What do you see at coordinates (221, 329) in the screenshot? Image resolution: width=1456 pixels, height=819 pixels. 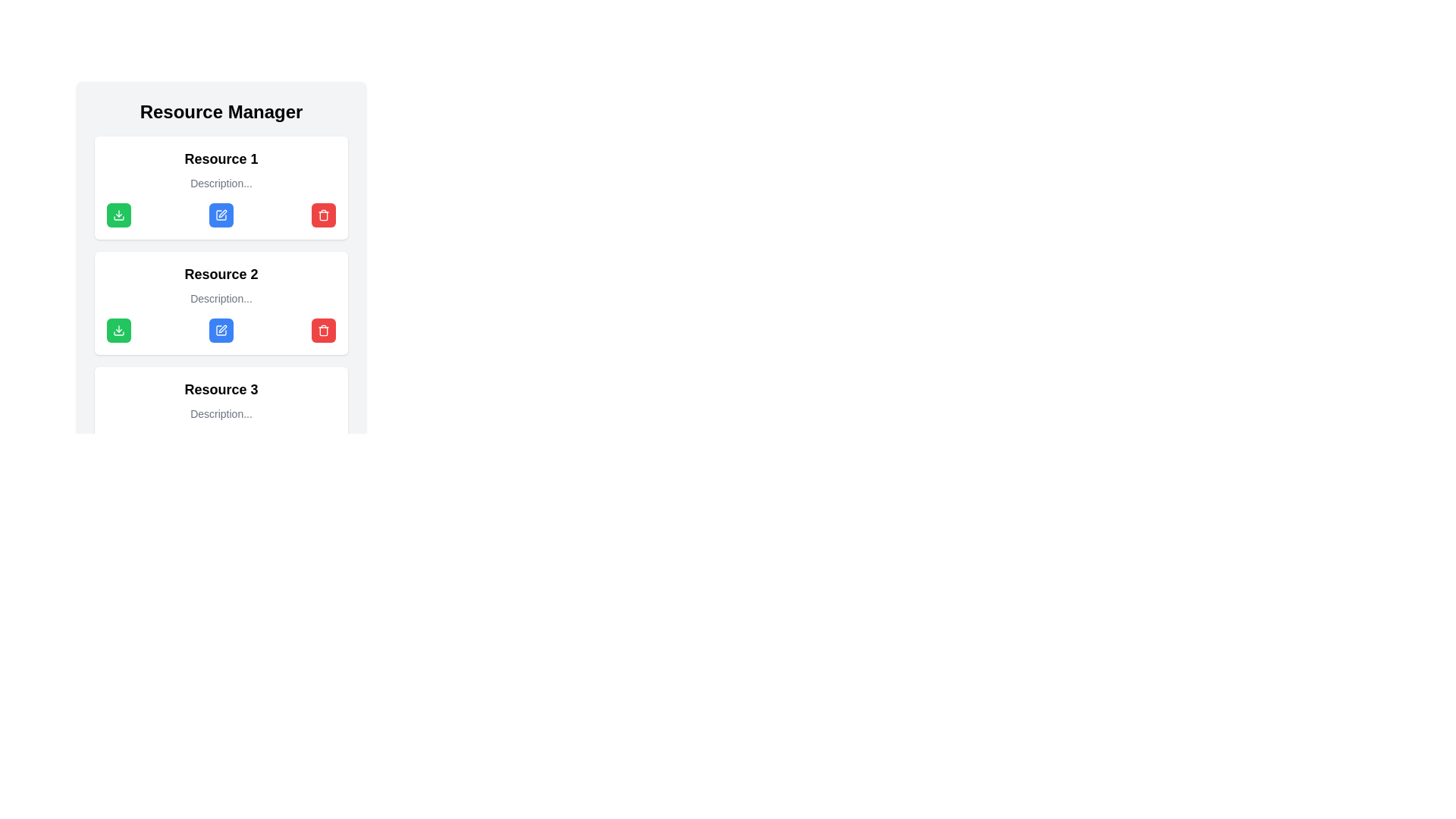 I see `the edit button with an embedded icon located in the second row titled 'Resource 2', positioned between a green button on the left and a red button on the right` at bounding box center [221, 329].